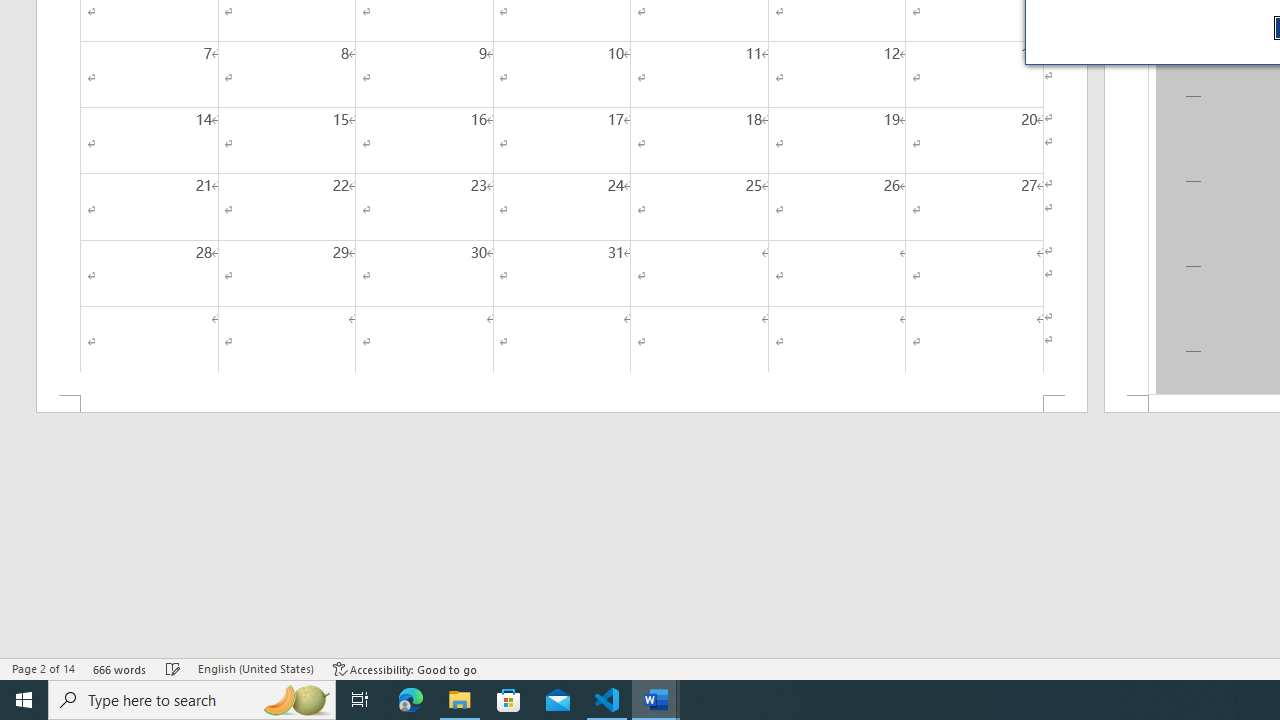 The image size is (1280, 720). I want to click on 'Task View', so click(359, 698).